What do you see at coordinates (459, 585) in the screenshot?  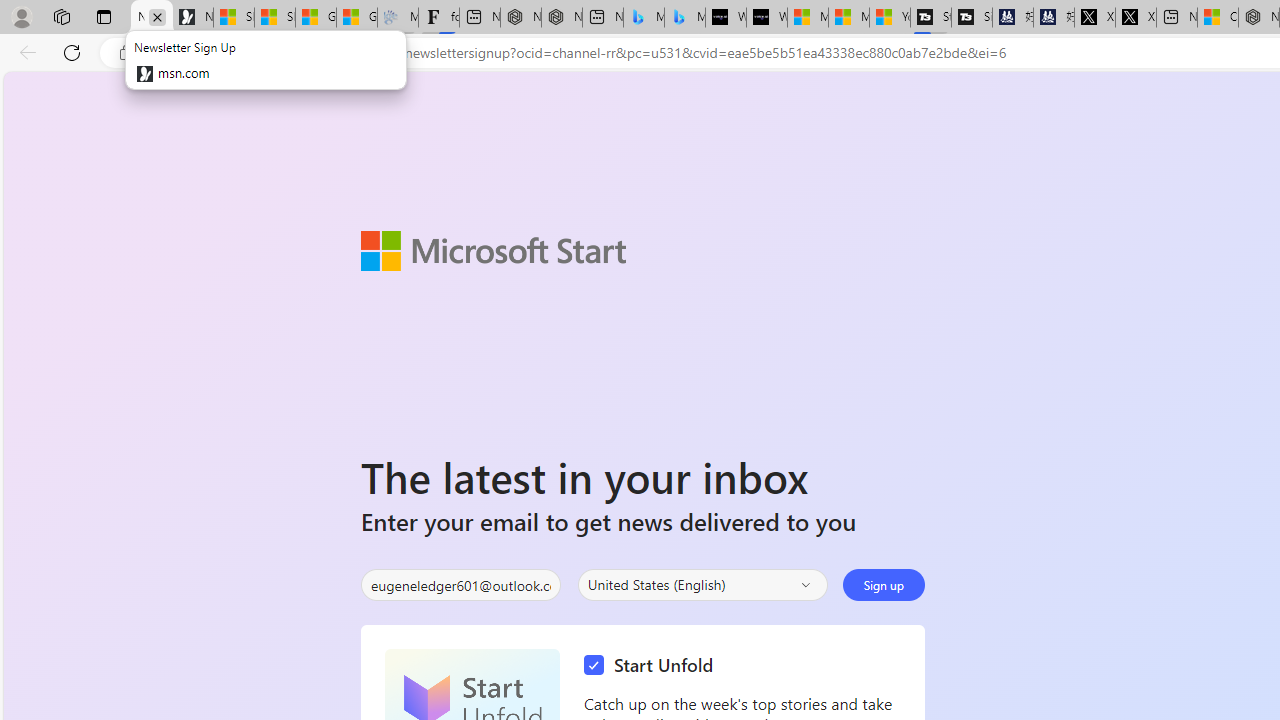 I see `'Enter your email'` at bounding box center [459, 585].